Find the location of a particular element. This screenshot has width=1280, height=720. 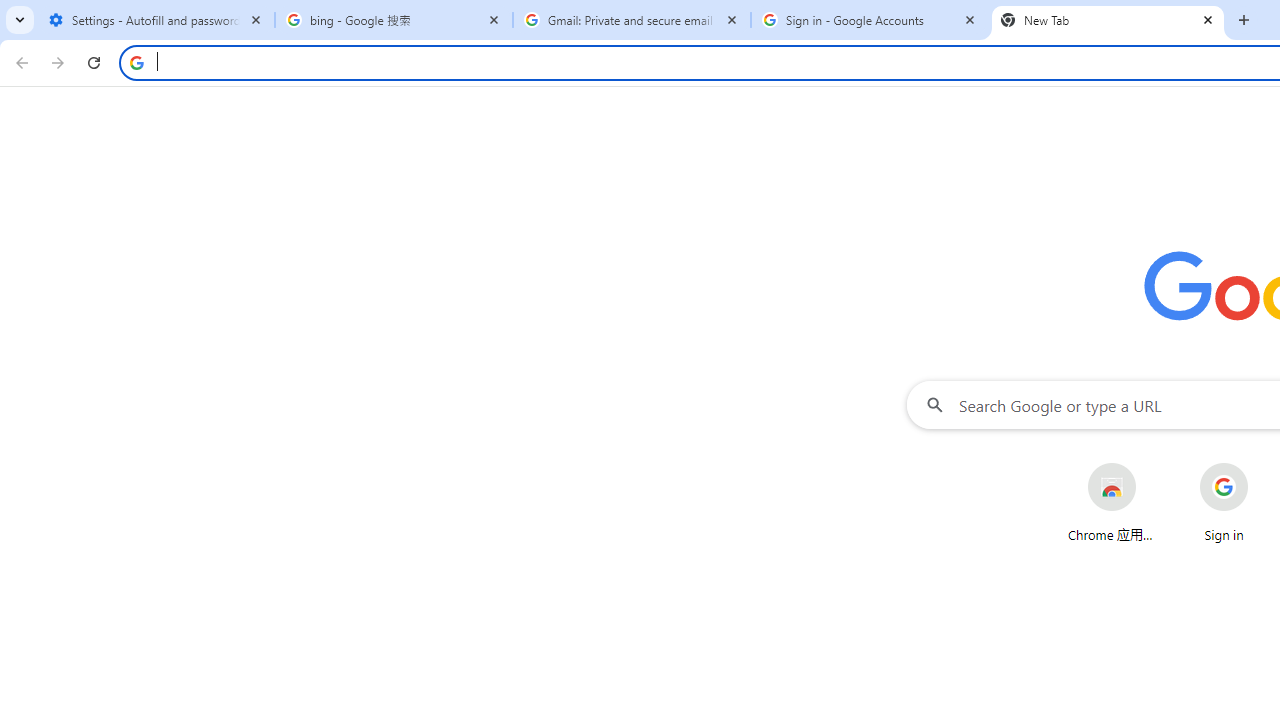

'More actions for Sign in shortcut' is located at coordinates (1263, 464).